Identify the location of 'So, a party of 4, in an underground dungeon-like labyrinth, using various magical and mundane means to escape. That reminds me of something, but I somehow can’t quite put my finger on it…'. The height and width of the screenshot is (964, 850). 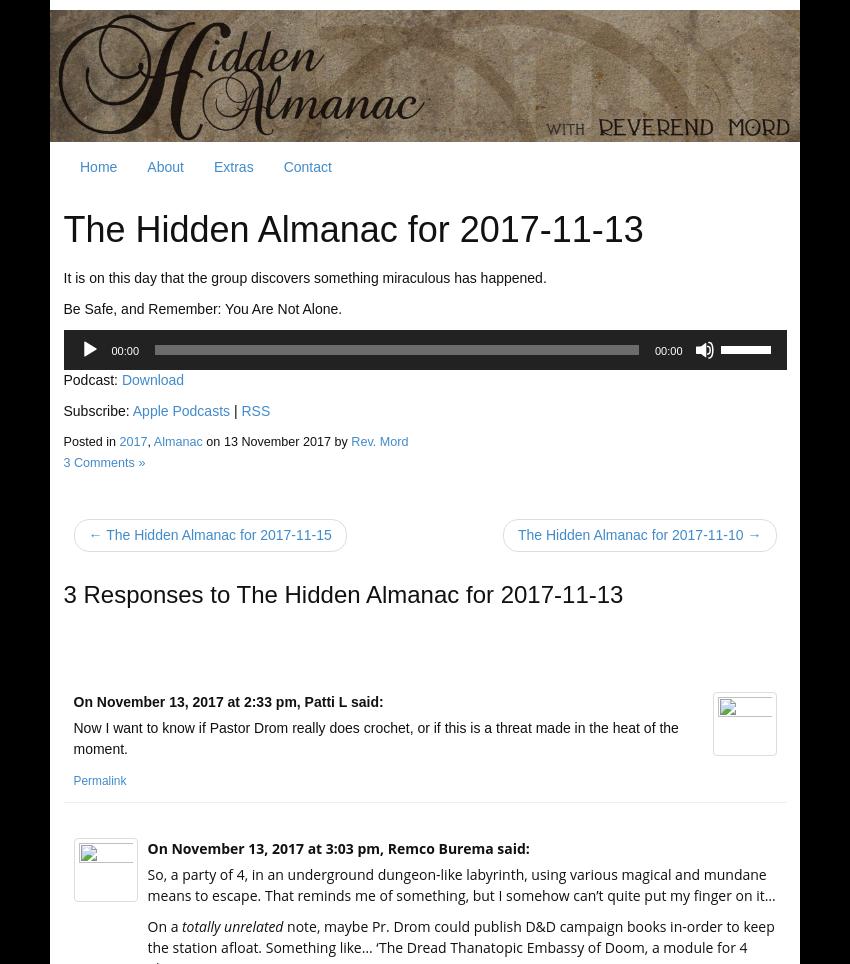
(460, 883).